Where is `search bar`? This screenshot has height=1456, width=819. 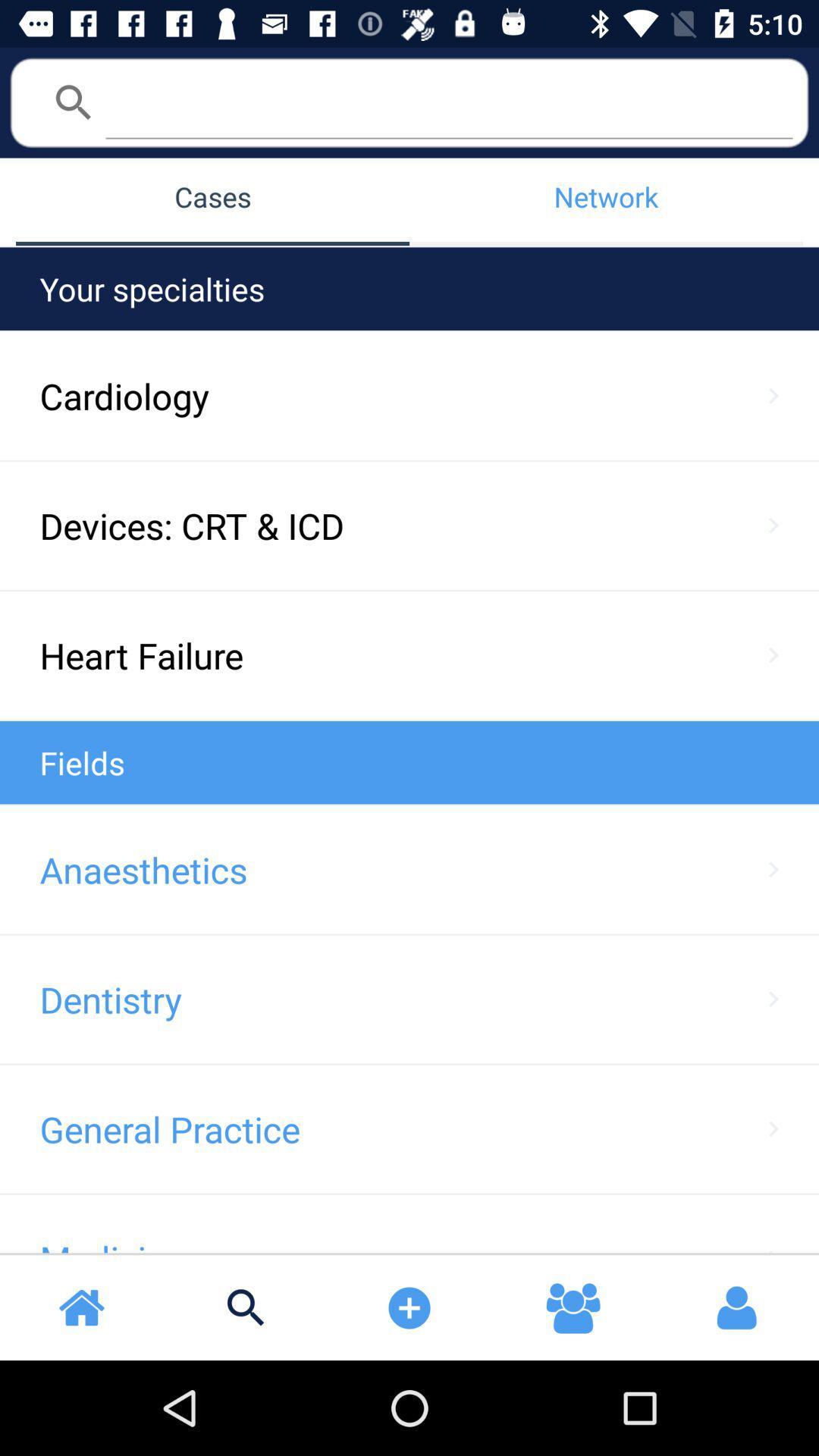 search bar is located at coordinates (448, 101).